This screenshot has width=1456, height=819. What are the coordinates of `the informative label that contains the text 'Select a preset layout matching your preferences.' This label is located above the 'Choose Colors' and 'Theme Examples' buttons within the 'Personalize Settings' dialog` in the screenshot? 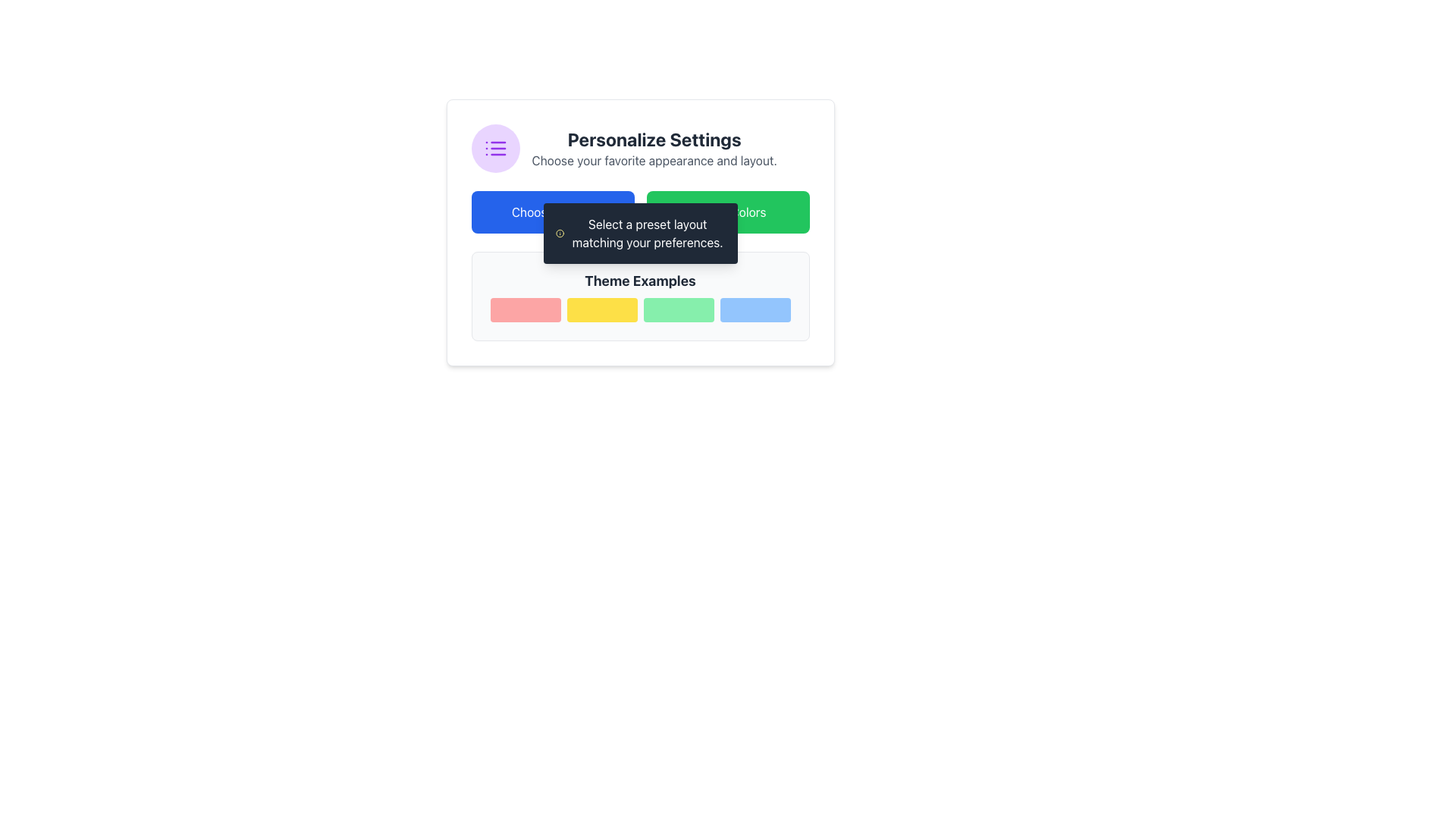 It's located at (648, 234).